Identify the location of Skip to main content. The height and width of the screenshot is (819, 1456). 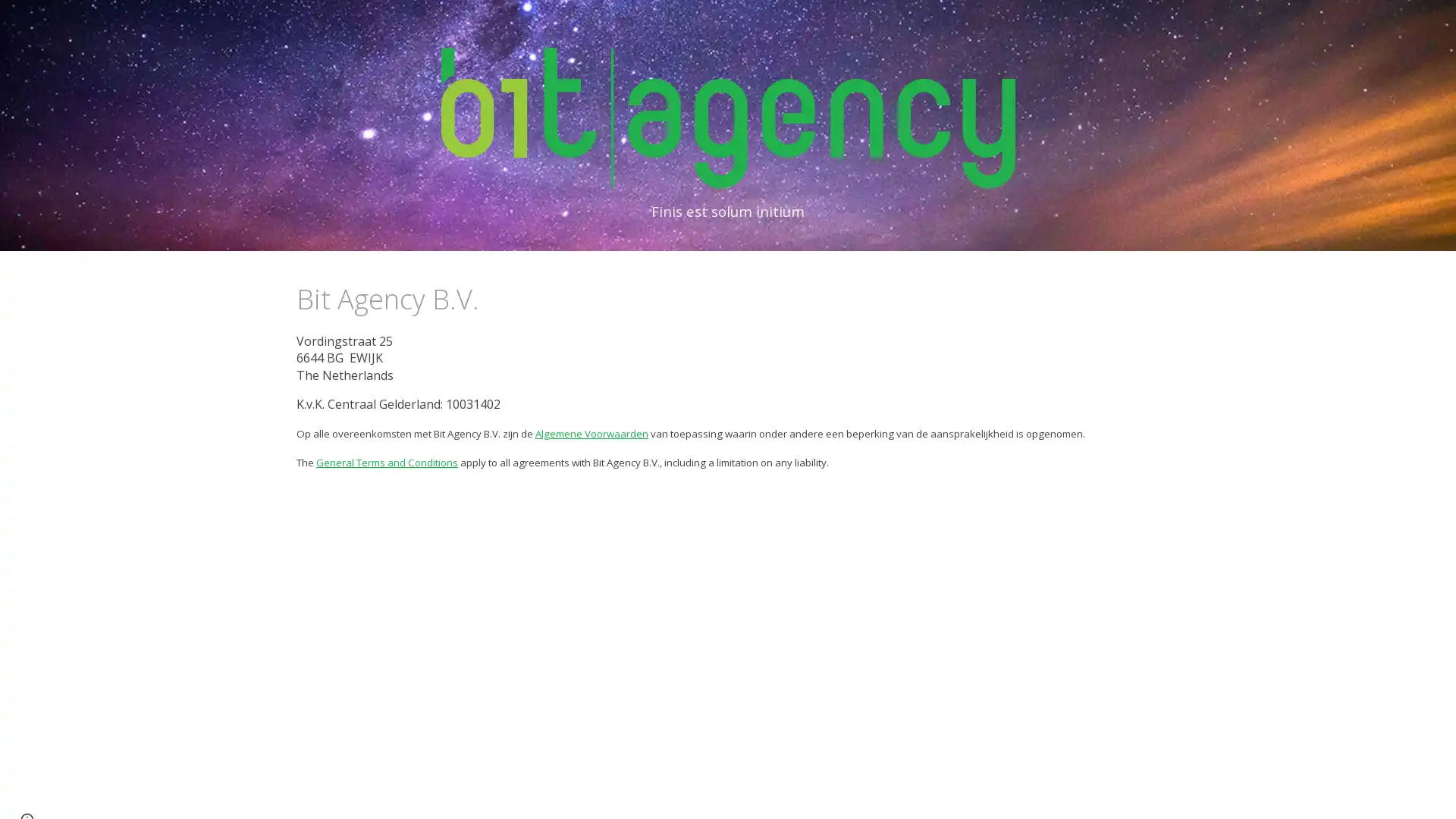
(597, 28).